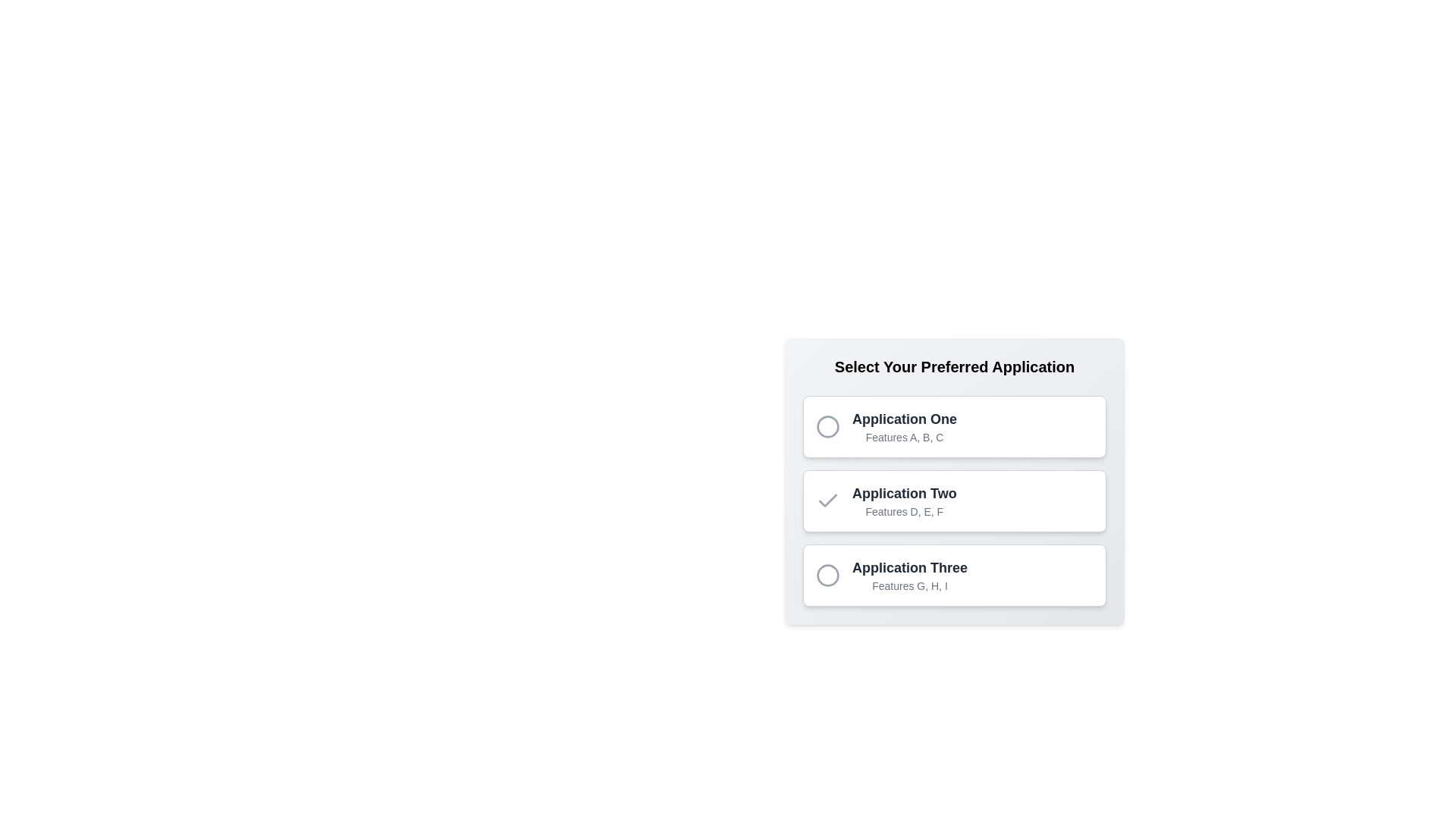 Image resolution: width=1456 pixels, height=819 pixels. What do you see at coordinates (904, 512) in the screenshot?
I see `the static text label providing additional details about 'Application Two' to gain focus` at bounding box center [904, 512].